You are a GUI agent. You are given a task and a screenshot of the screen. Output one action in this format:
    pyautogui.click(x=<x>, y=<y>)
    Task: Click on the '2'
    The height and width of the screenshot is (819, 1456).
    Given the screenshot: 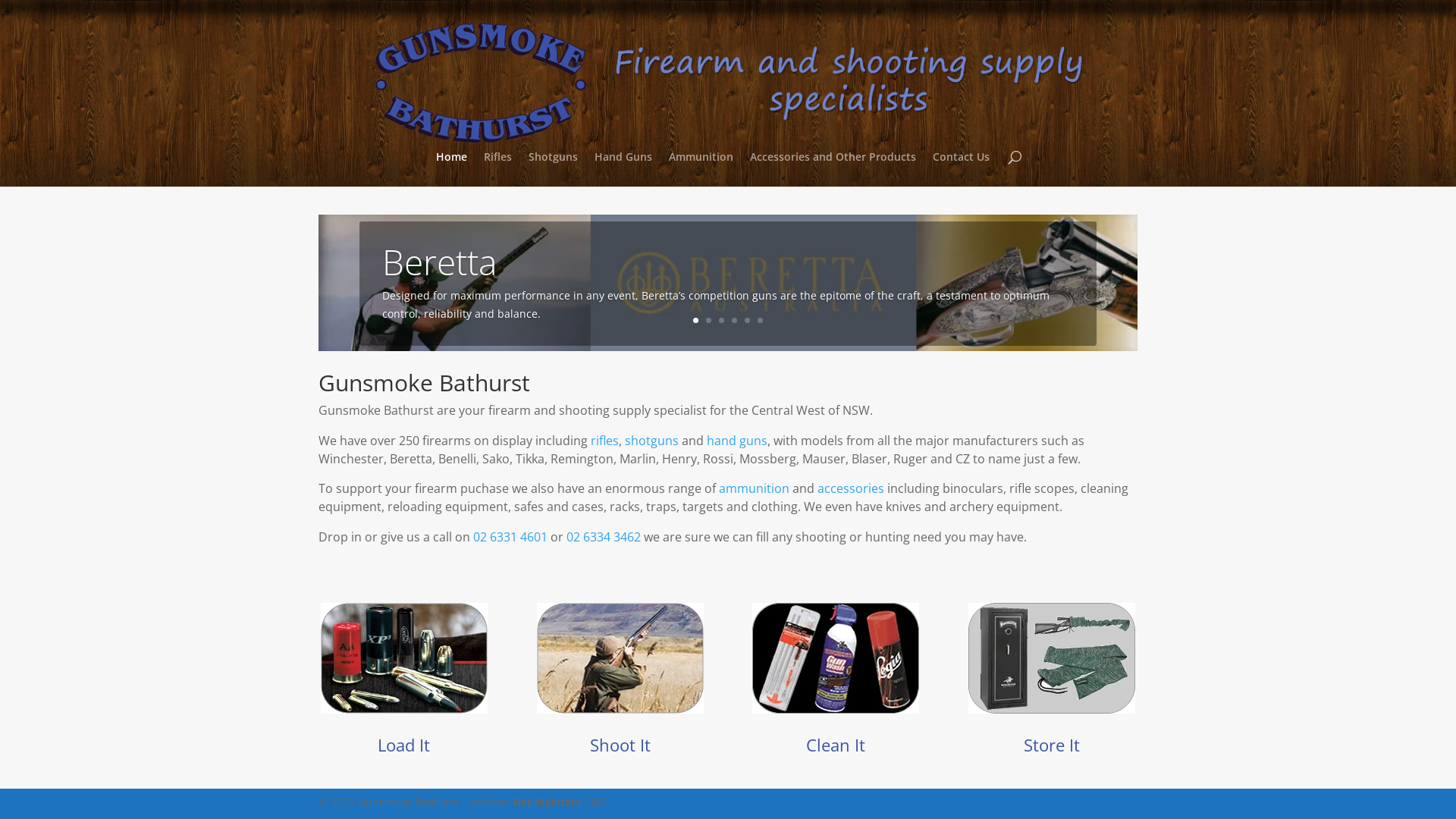 What is the action you would take?
    pyautogui.click(x=708, y=319)
    